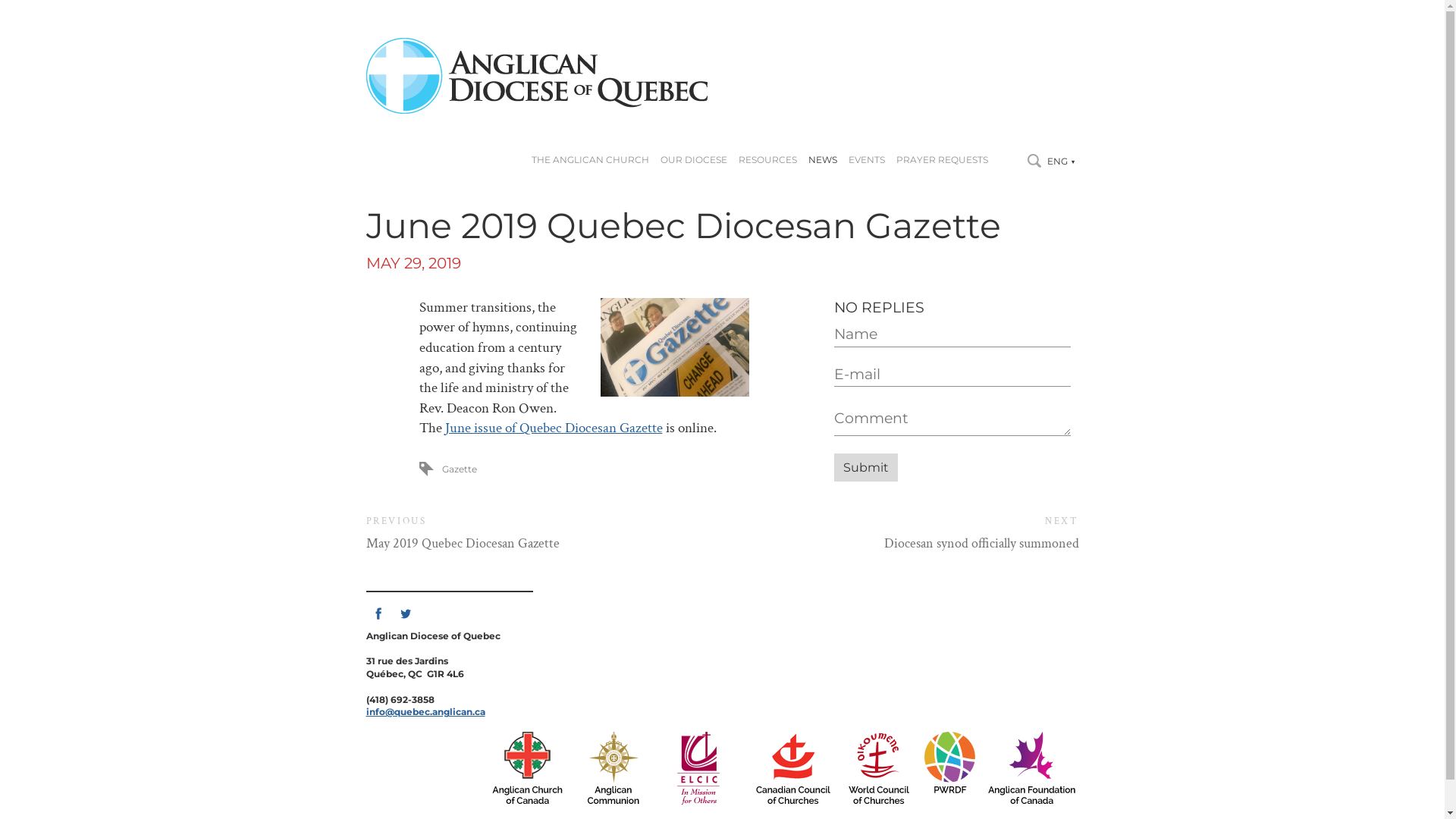  Describe the element at coordinates (821, 160) in the screenshot. I see `'NEWS'` at that location.